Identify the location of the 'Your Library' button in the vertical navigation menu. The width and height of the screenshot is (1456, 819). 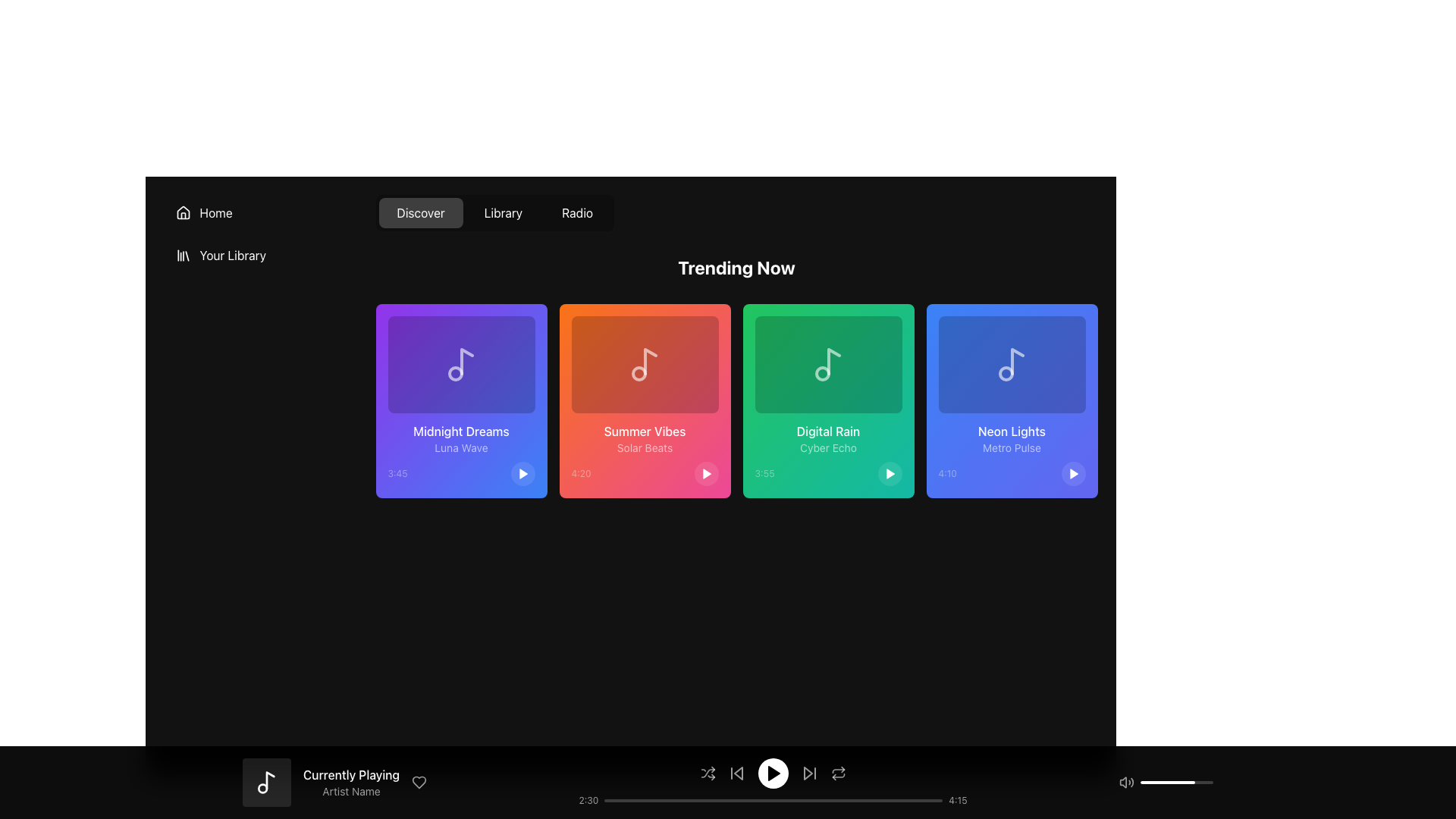
(260, 254).